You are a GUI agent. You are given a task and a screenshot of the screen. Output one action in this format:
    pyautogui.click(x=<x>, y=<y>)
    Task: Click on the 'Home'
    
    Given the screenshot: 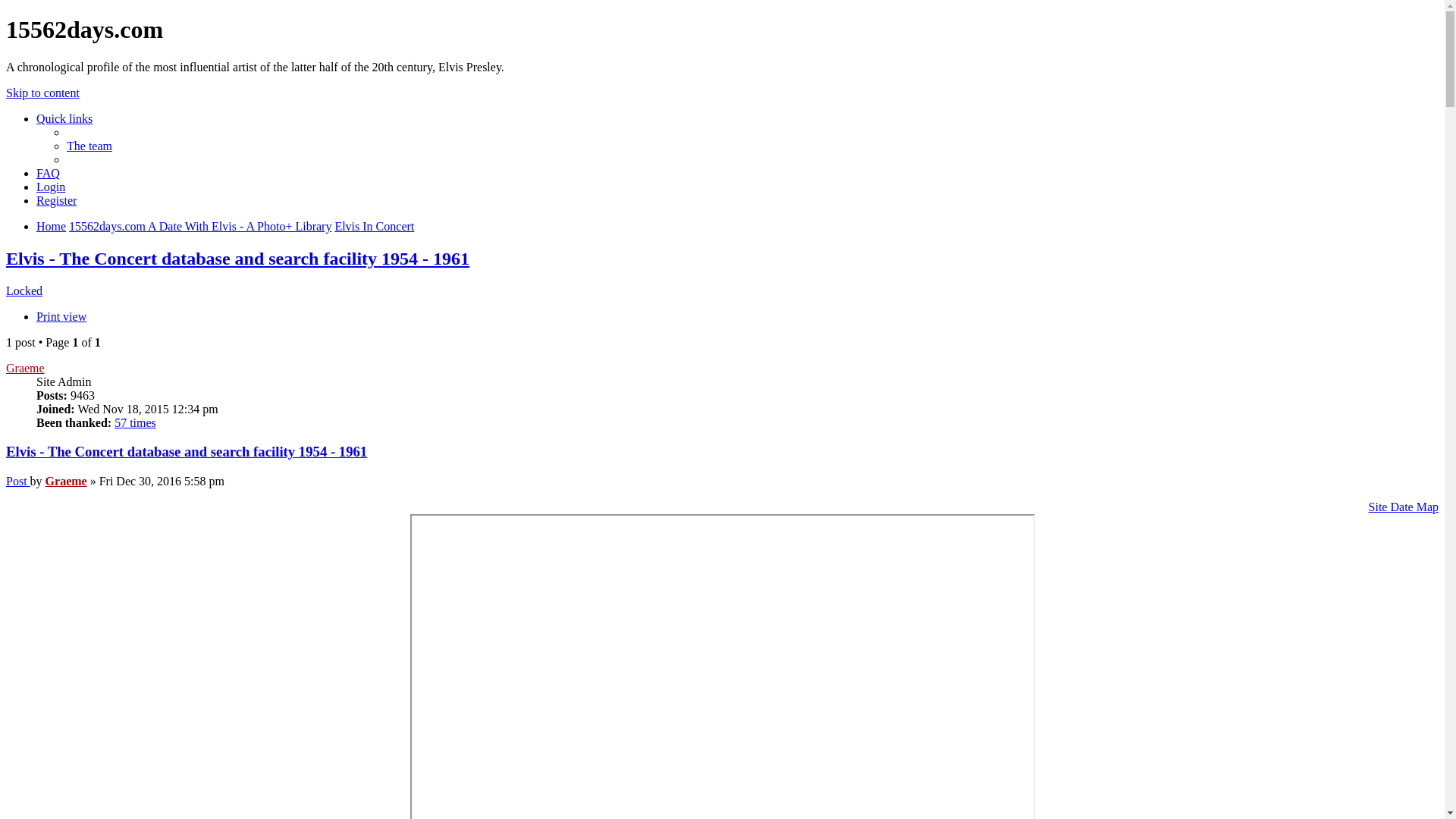 What is the action you would take?
    pyautogui.click(x=51, y=226)
    